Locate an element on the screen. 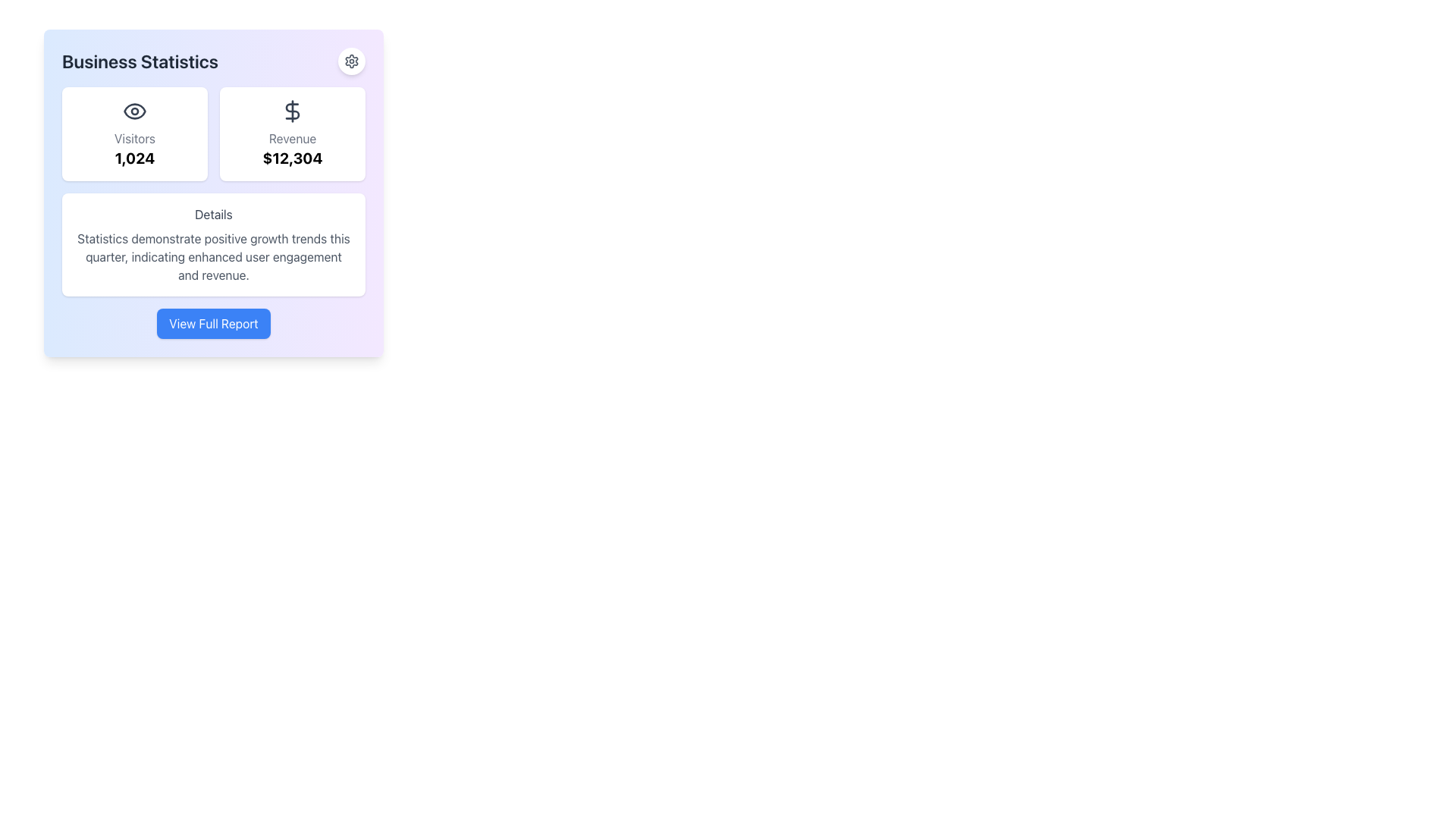  the blue button with rounded corners that reads 'View Full Report' located at the bottom center of the business statistics card is located at coordinates (213, 323).